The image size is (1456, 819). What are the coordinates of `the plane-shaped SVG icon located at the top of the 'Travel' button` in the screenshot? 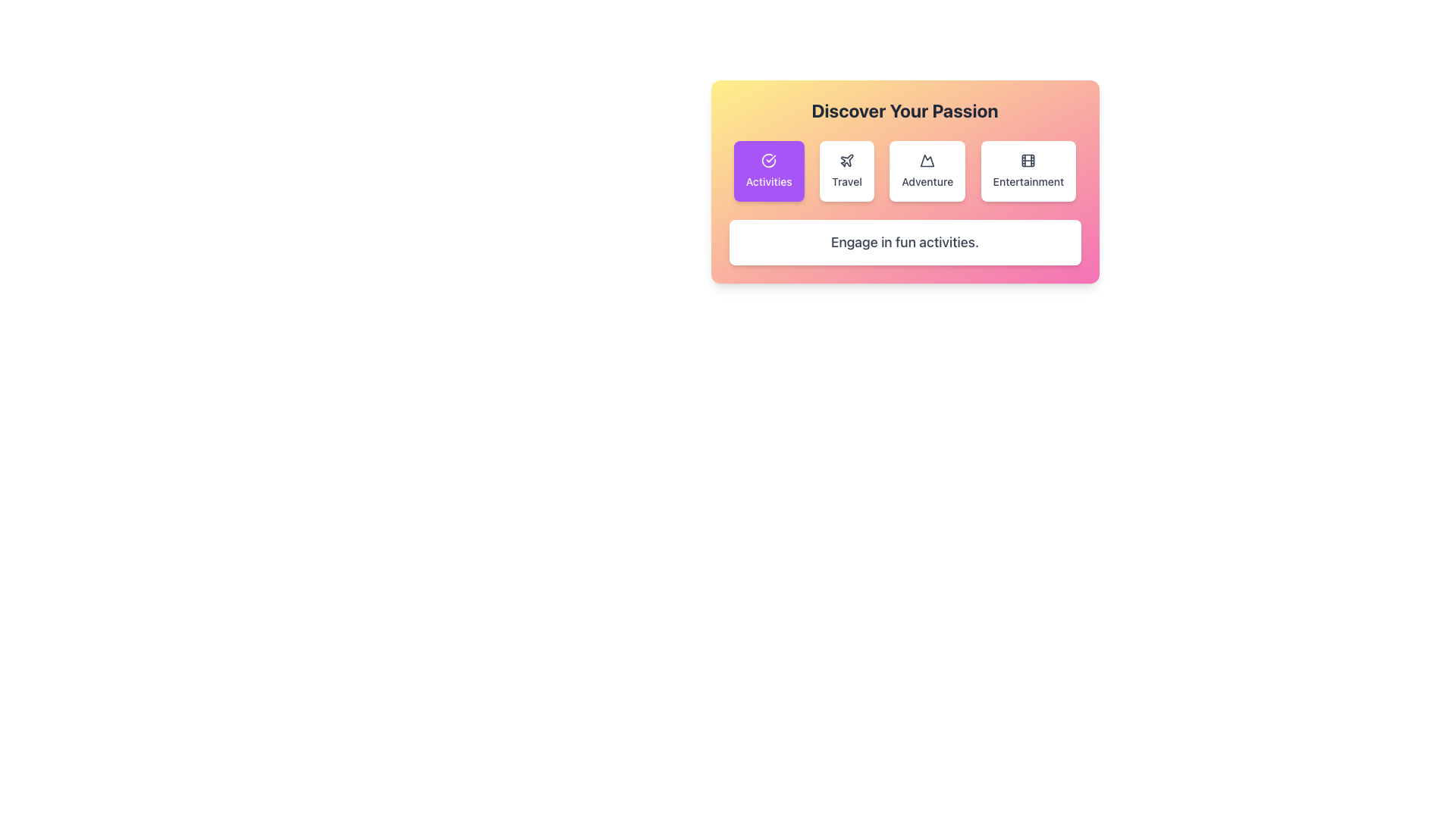 It's located at (846, 161).